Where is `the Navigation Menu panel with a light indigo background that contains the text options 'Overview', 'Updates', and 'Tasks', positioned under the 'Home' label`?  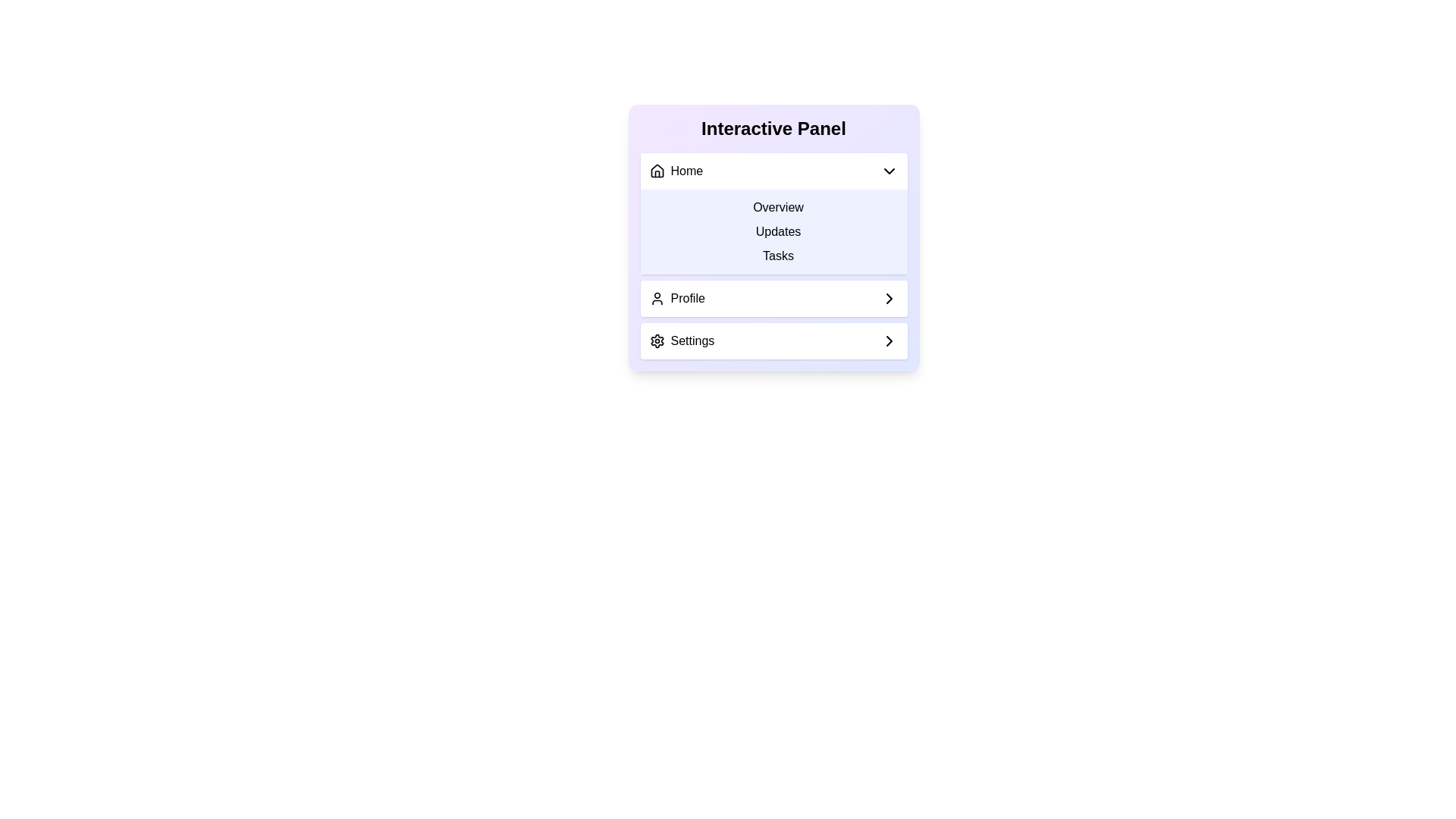
the Navigation Menu panel with a light indigo background that contains the text options 'Overview', 'Updates', and 'Tasks', positioned under the 'Home' label is located at coordinates (773, 231).